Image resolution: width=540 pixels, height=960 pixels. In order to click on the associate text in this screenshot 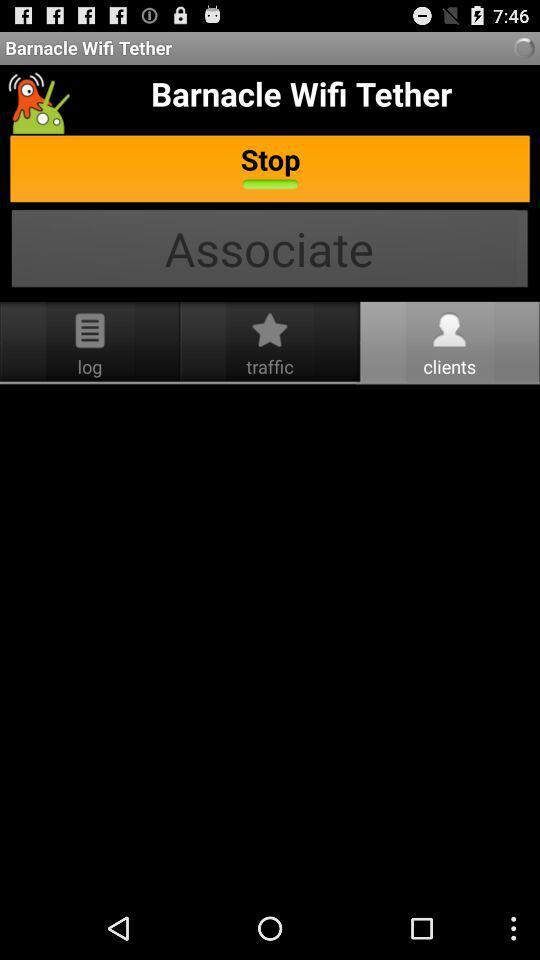, I will do `click(270, 250)`.